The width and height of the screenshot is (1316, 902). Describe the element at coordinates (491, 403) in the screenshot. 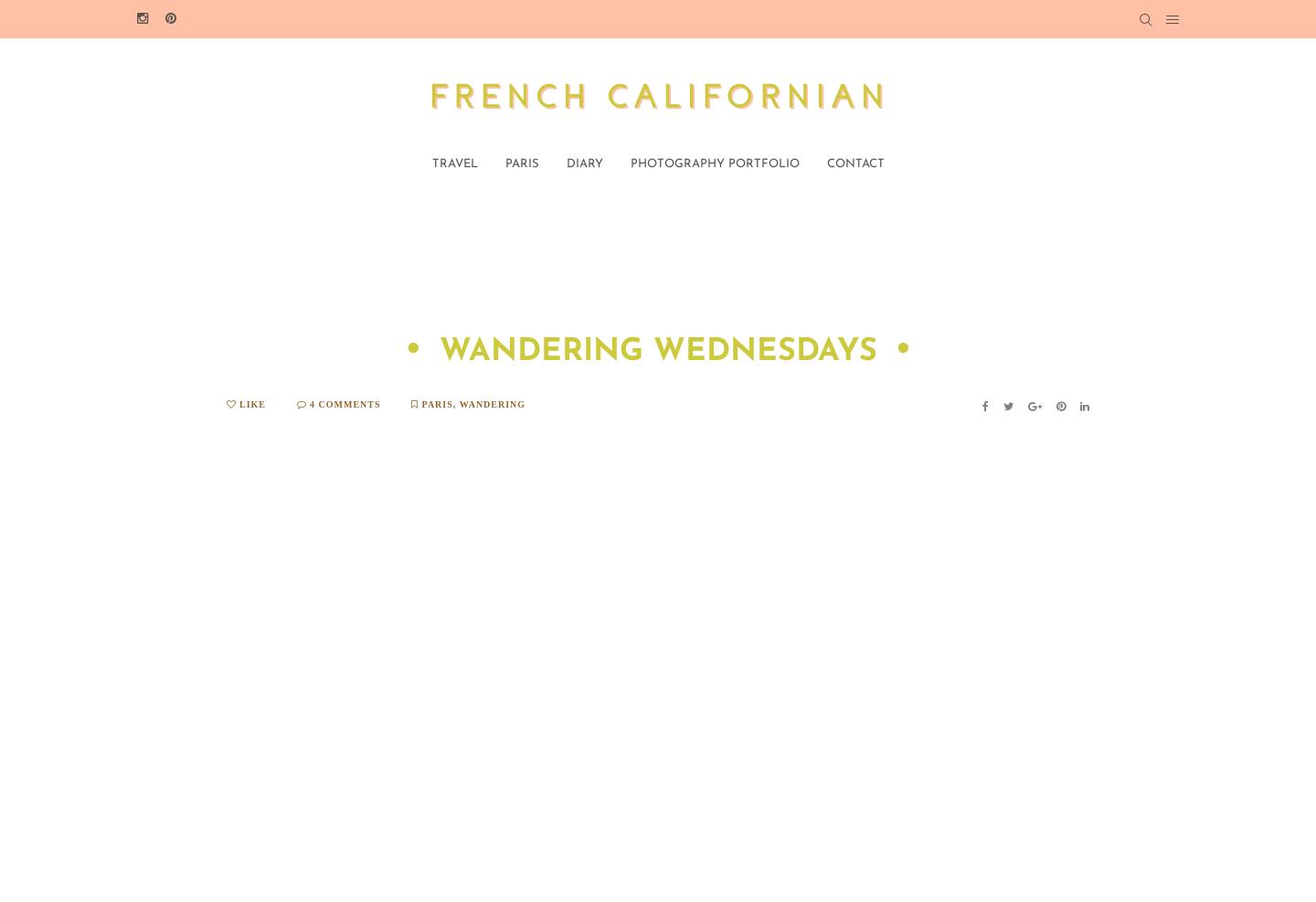

I see `'Wandering'` at that location.